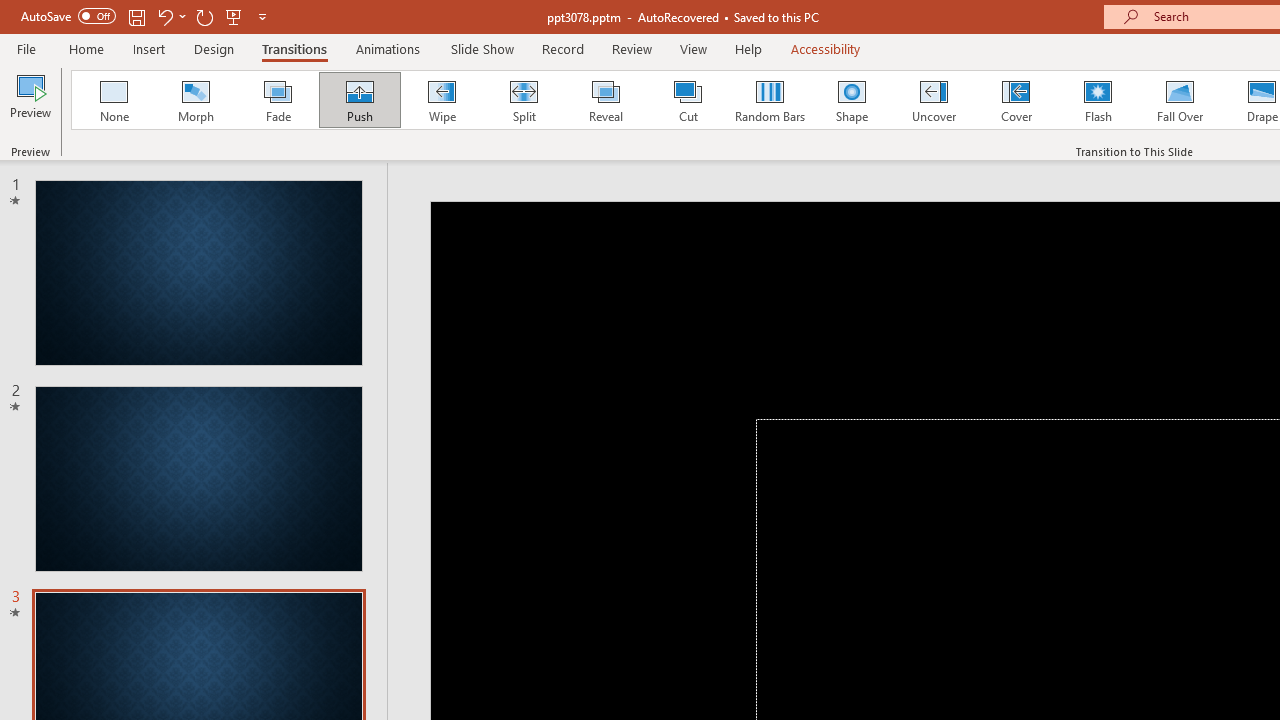 The image size is (1280, 720). Describe the element at coordinates (523, 100) in the screenshot. I see `'Split'` at that location.